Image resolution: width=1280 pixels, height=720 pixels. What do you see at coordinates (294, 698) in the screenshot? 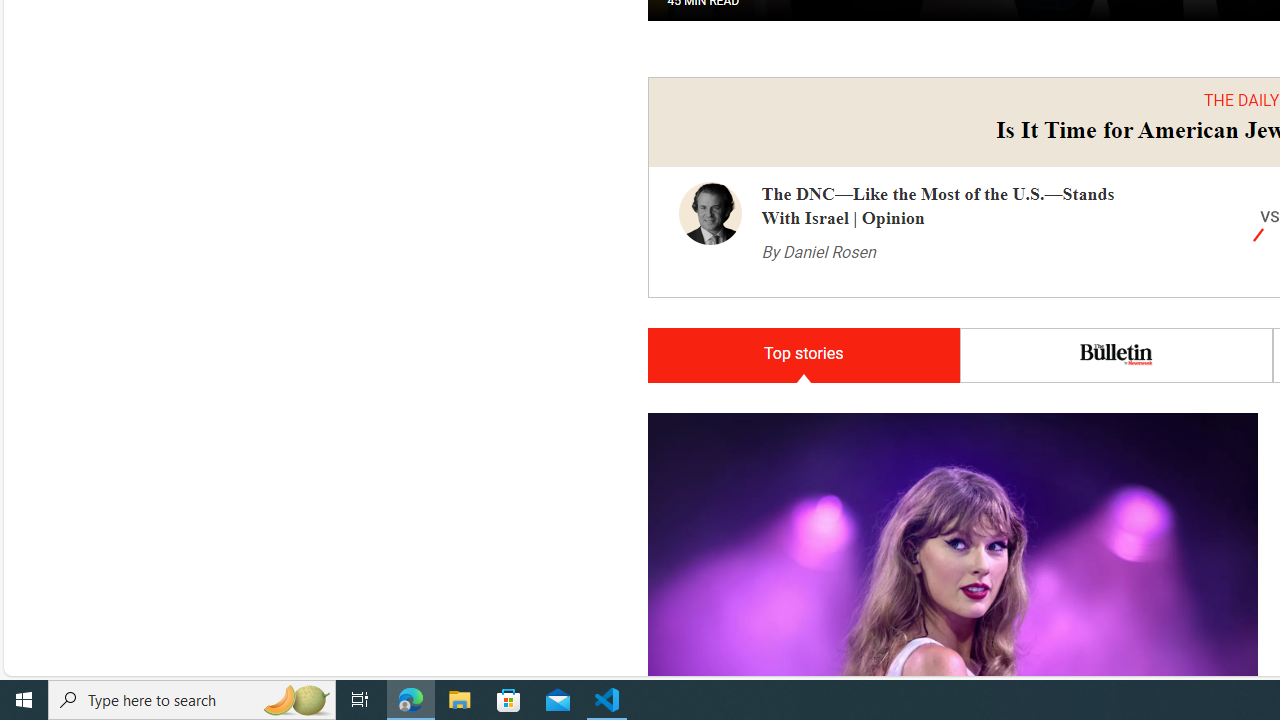
I see `'Search highlights icon opens search home window'` at bounding box center [294, 698].